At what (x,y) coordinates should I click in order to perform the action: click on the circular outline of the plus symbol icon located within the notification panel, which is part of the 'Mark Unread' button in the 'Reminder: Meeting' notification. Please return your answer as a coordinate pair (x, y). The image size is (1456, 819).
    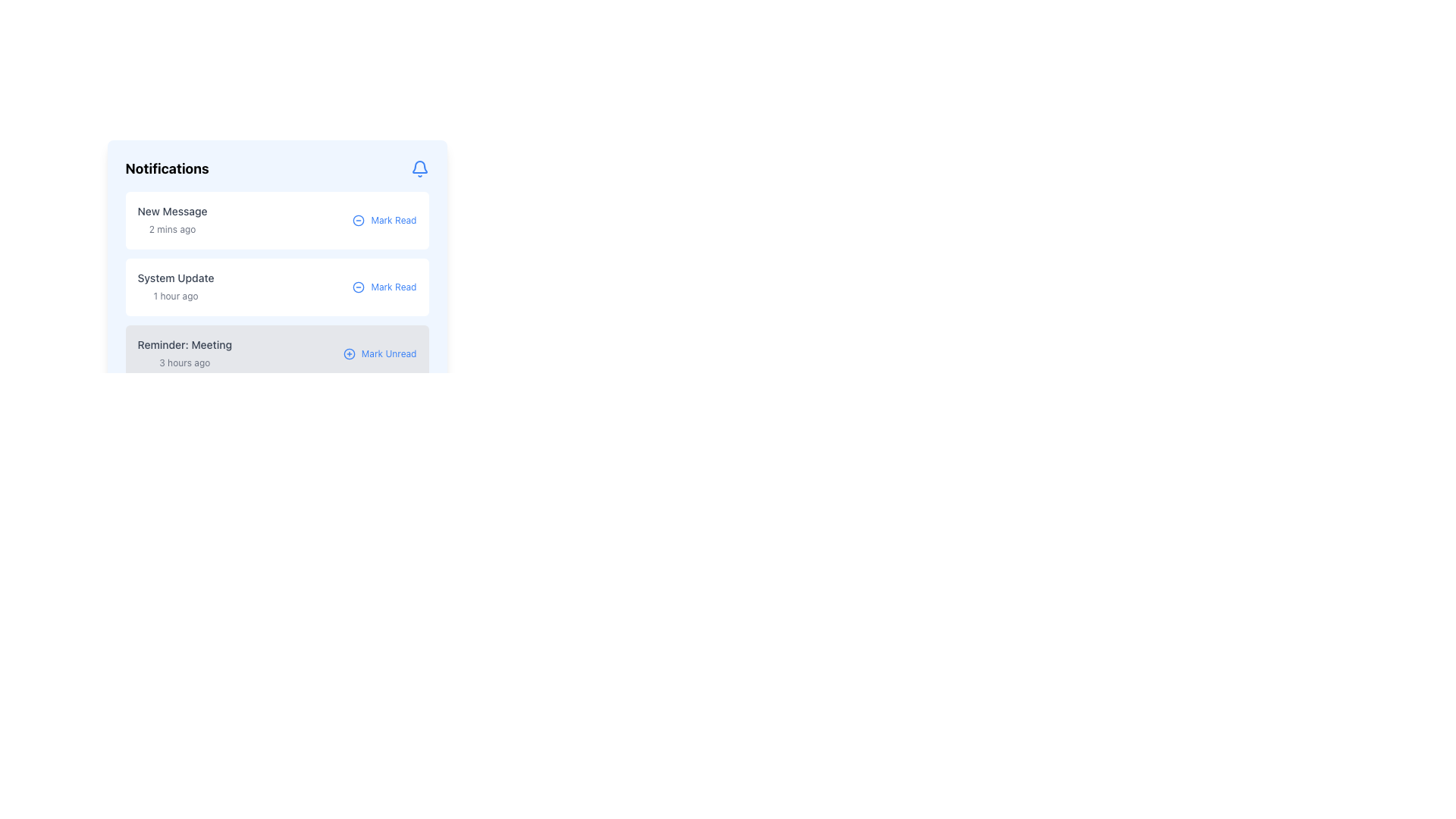
    Looking at the image, I should click on (348, 353).